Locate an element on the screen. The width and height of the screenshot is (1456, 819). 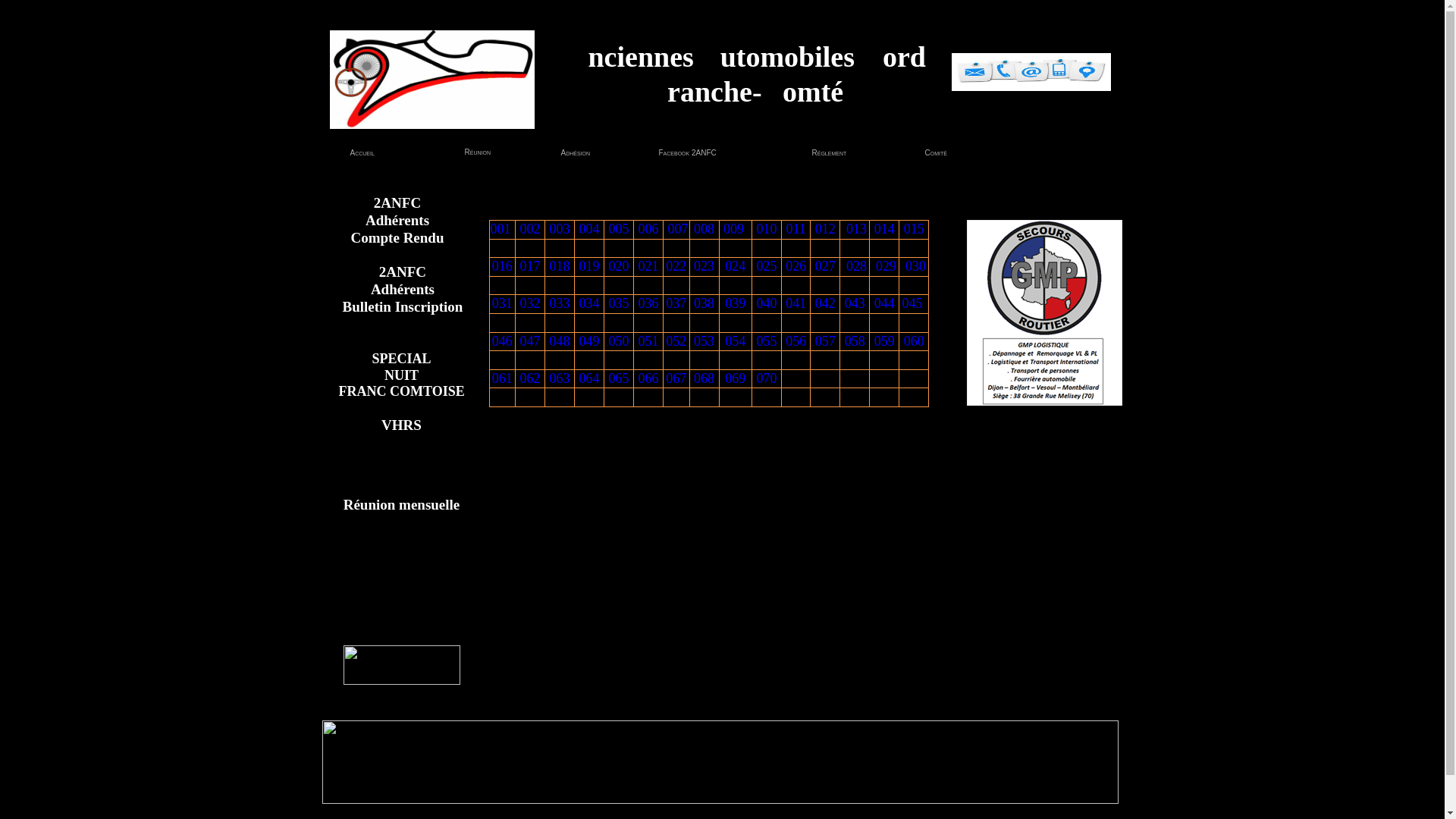
'051' is located at coordinates (638, 341).